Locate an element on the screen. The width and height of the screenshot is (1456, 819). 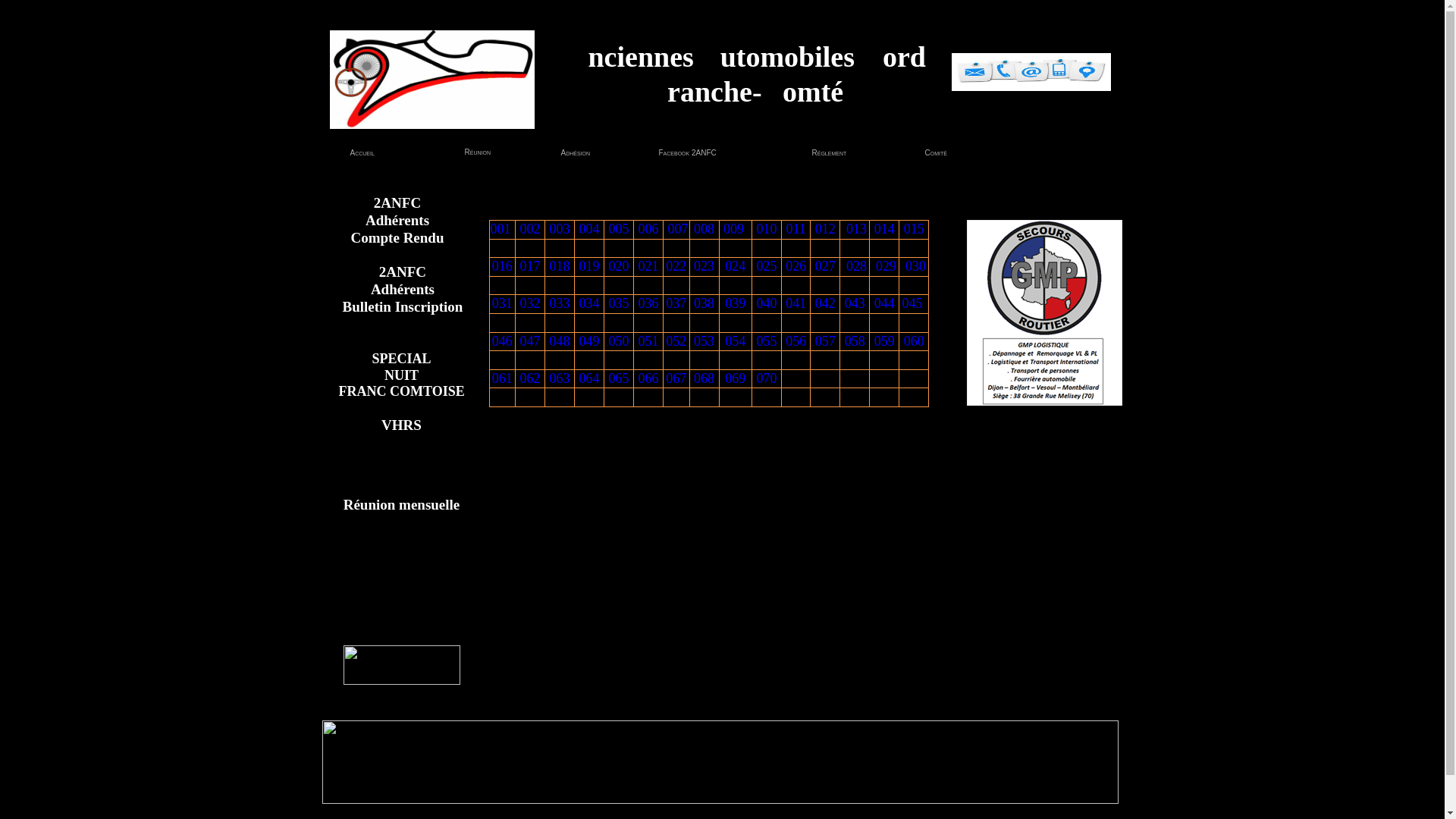
'051' is located at coordinates (638, 341).